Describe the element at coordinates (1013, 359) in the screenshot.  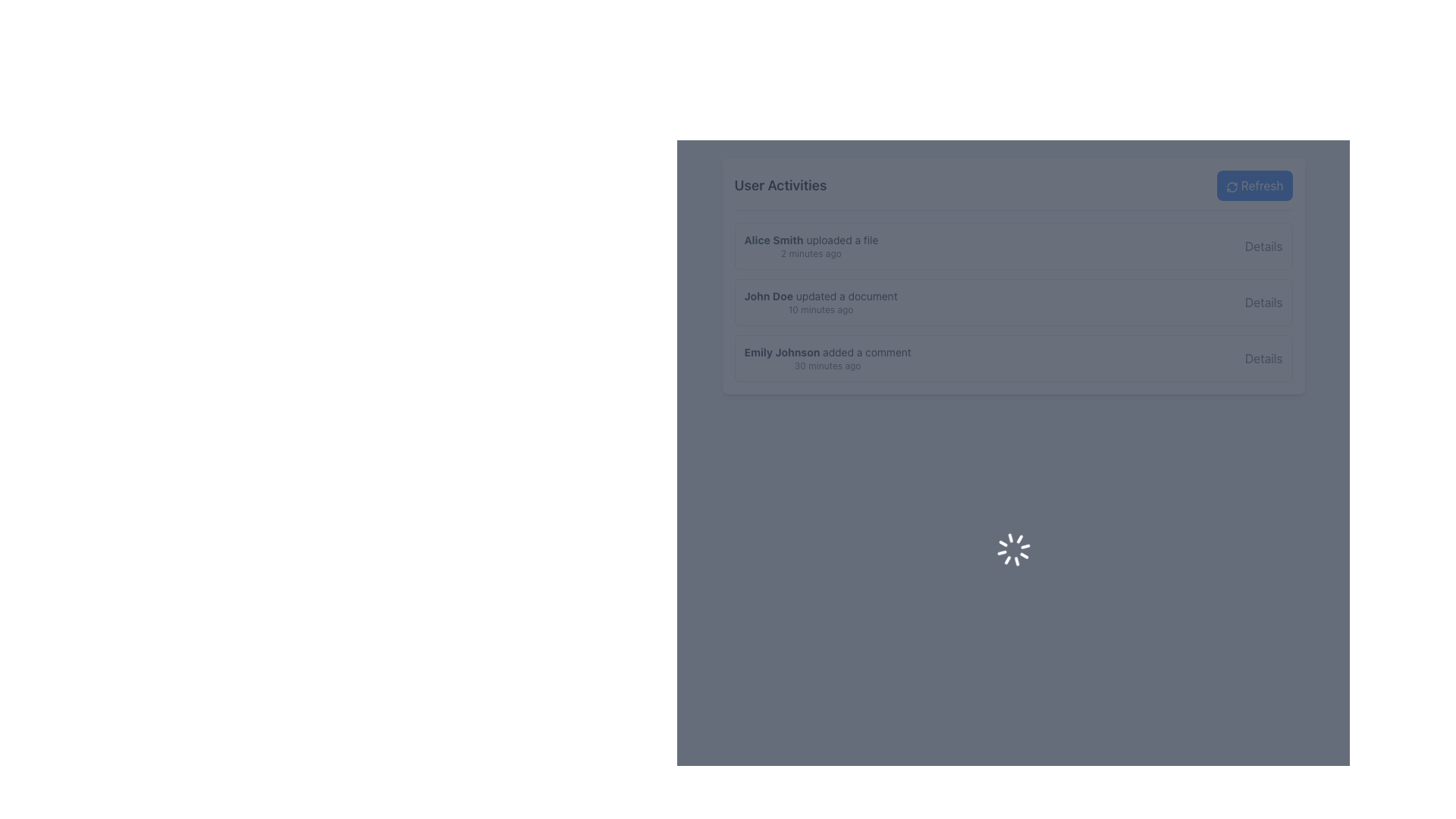
I see `the list item entry indicating 'Emily Johnson added a comment', which includes a timestamp and a 'Details' link, located in the third position of the user activity list` at that location.